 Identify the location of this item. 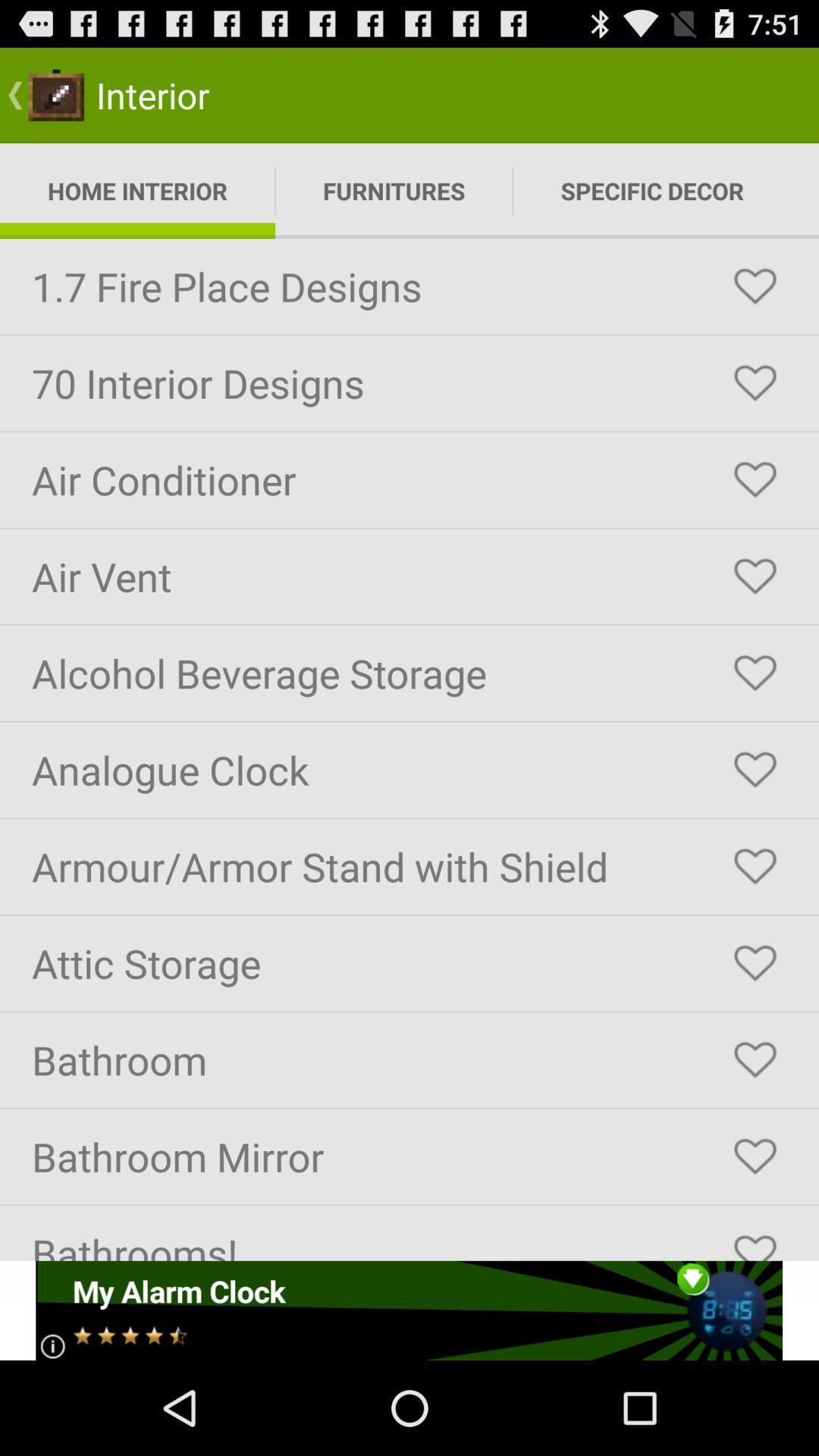
(755, 962).